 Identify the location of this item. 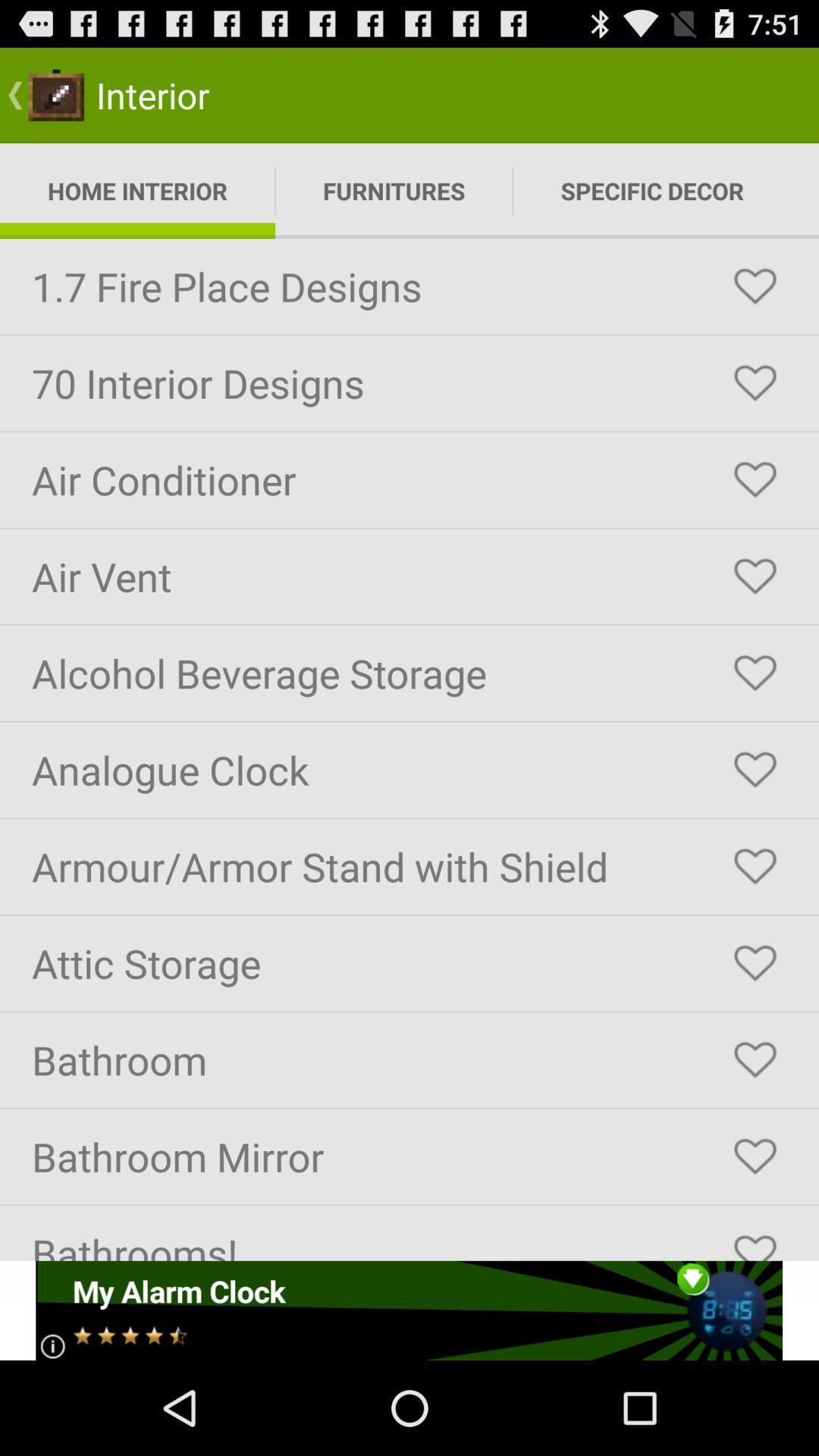
(755, 962).